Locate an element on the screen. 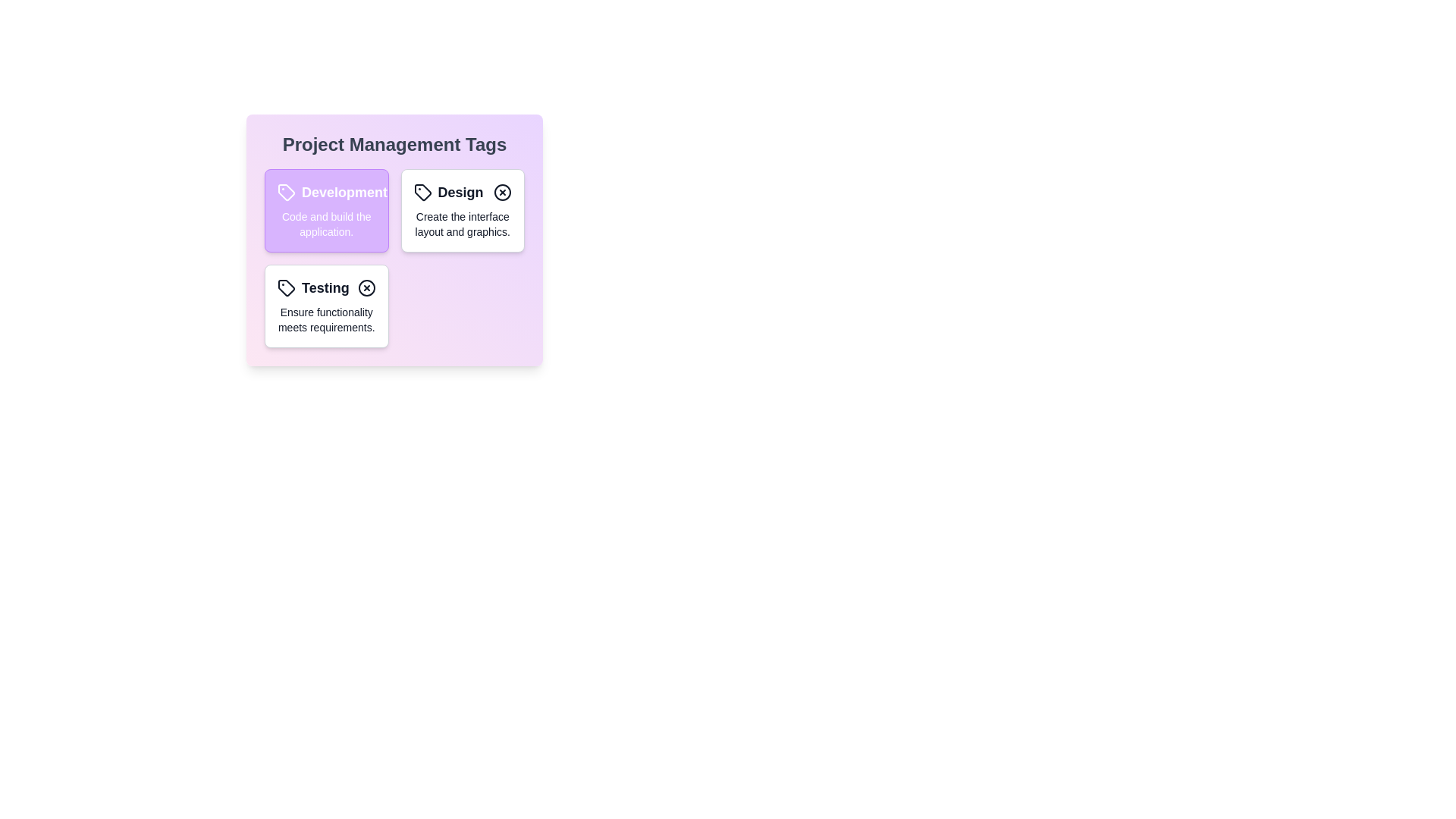 This screenshot has width=1456, height=819. the tag with the title Testing is located at coordinates (325, 288).